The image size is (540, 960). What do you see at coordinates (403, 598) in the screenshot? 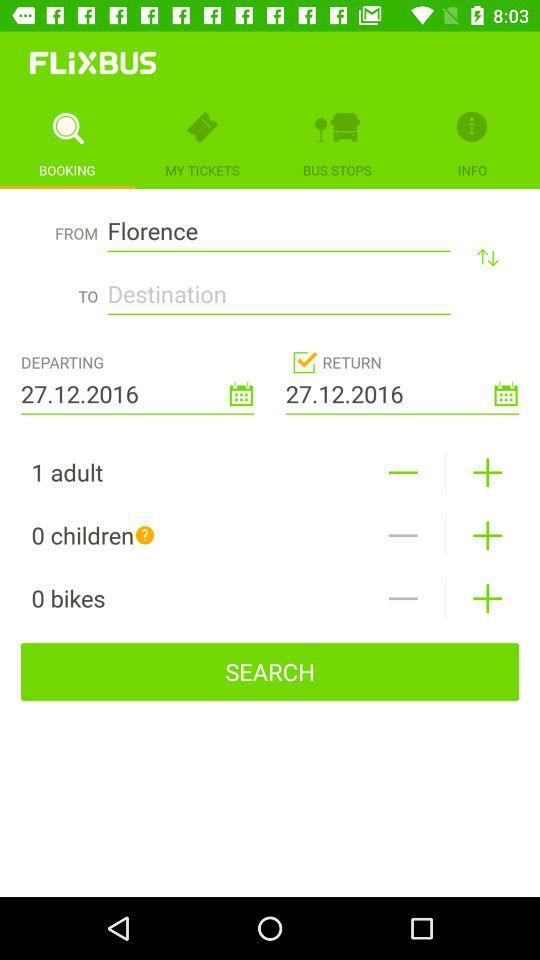
I see `lower number of bikes` at bounding box center [403, 598].